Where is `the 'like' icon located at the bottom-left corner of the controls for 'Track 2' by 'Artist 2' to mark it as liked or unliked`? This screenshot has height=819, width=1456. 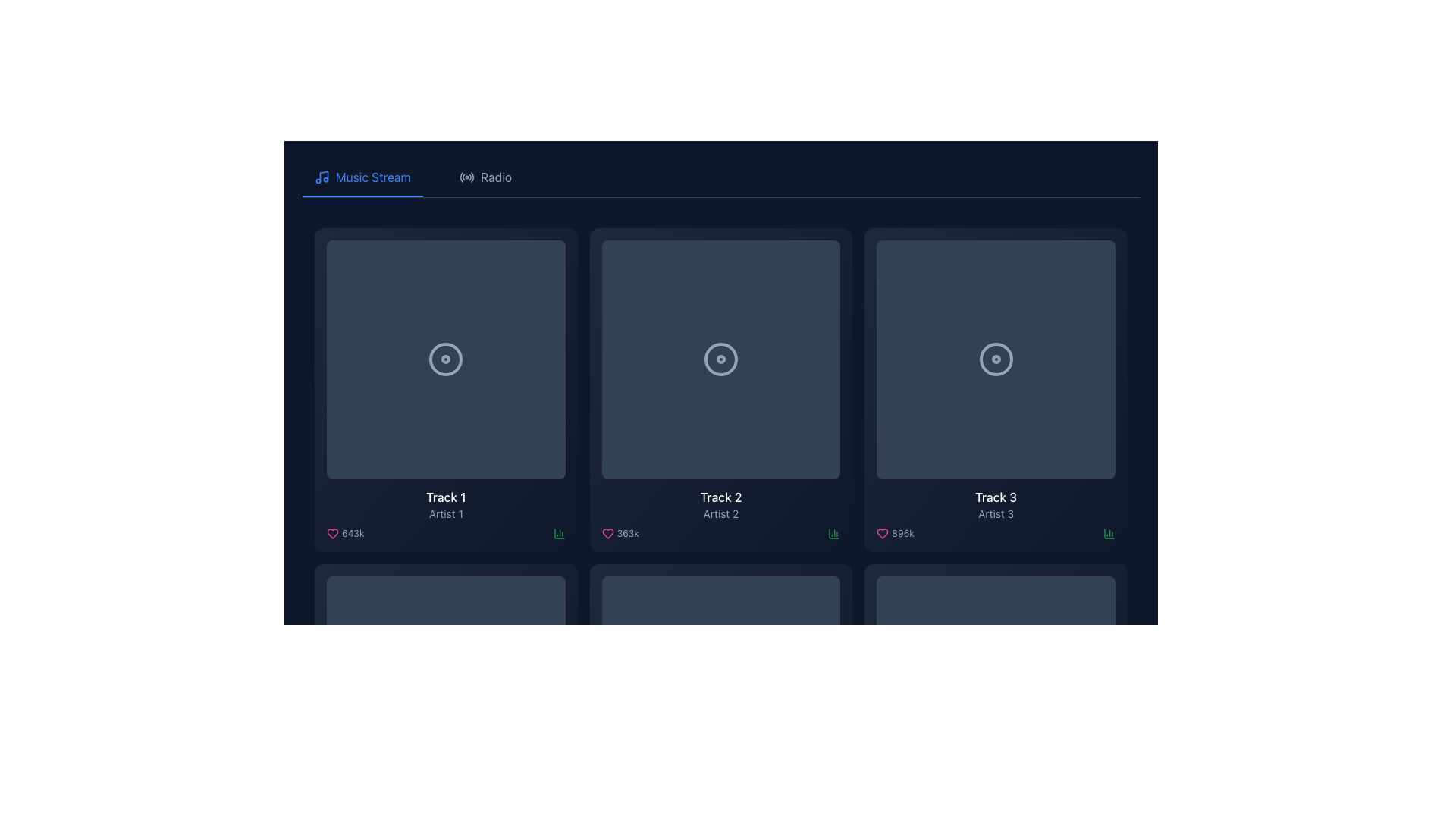 the 'like' icon located at the bottom-left corner of the controls for 'Track 2' by 'Artist 2' to mark it as liked or unliked is located at coordinates (607, 532).